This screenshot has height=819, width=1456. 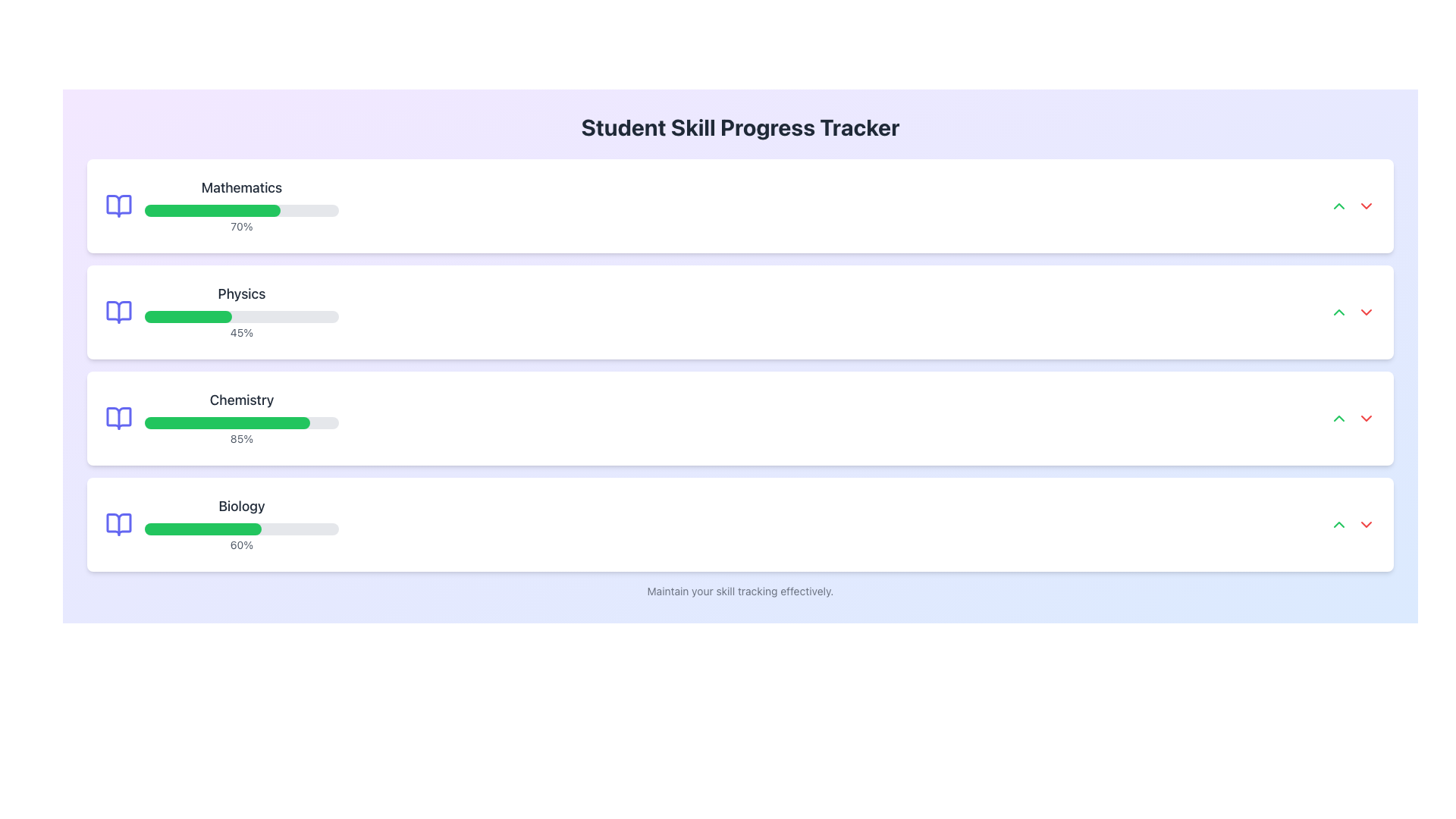 I want to click on text from the heading label in the Physics skill tracking card, which is located second from the top and appears above a progress bar and percentage indicator, so click(x=240, y=294).